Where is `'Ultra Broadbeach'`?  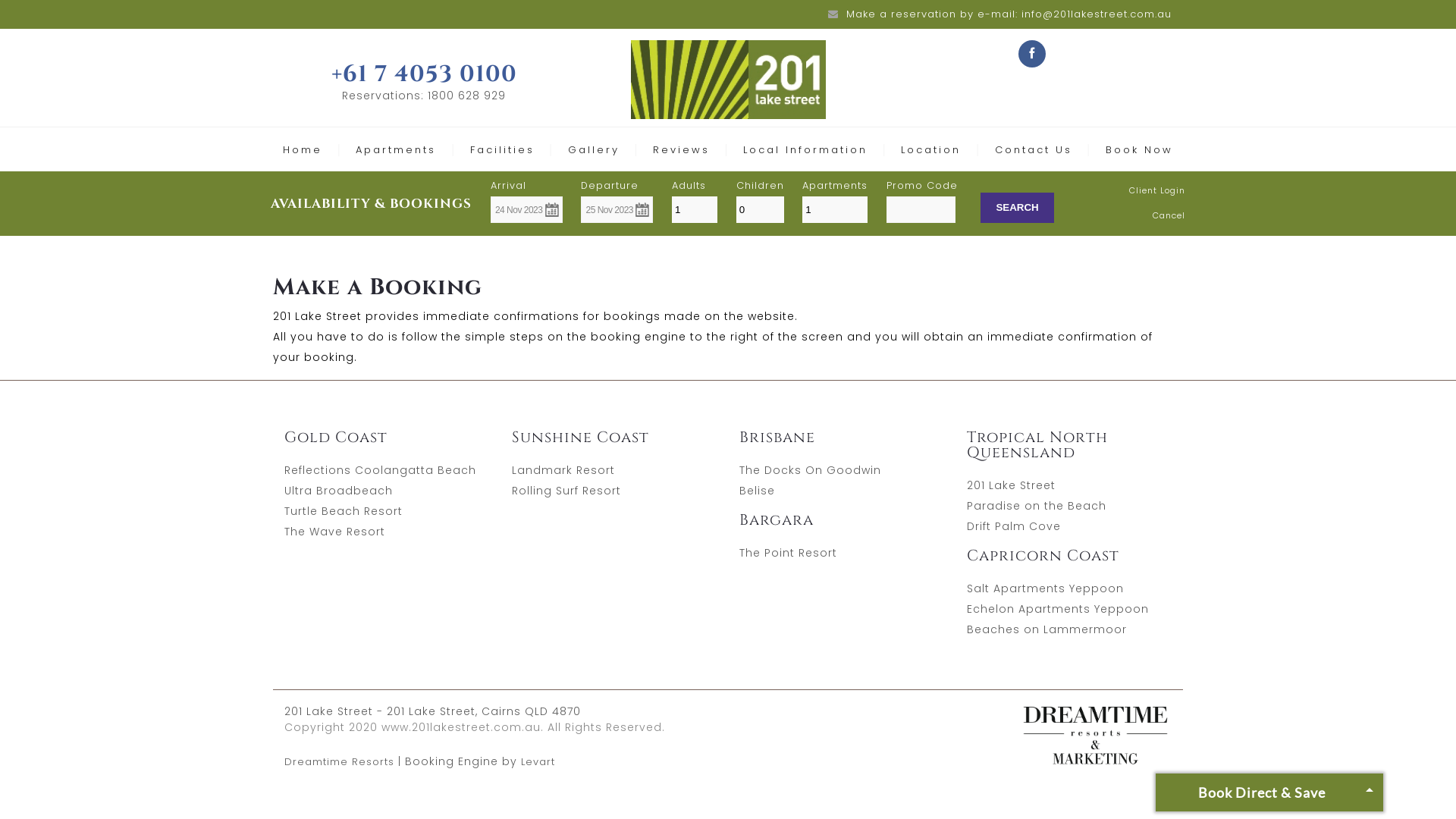
'Ultra Broadbeach' is located at coordinates (337, 491).